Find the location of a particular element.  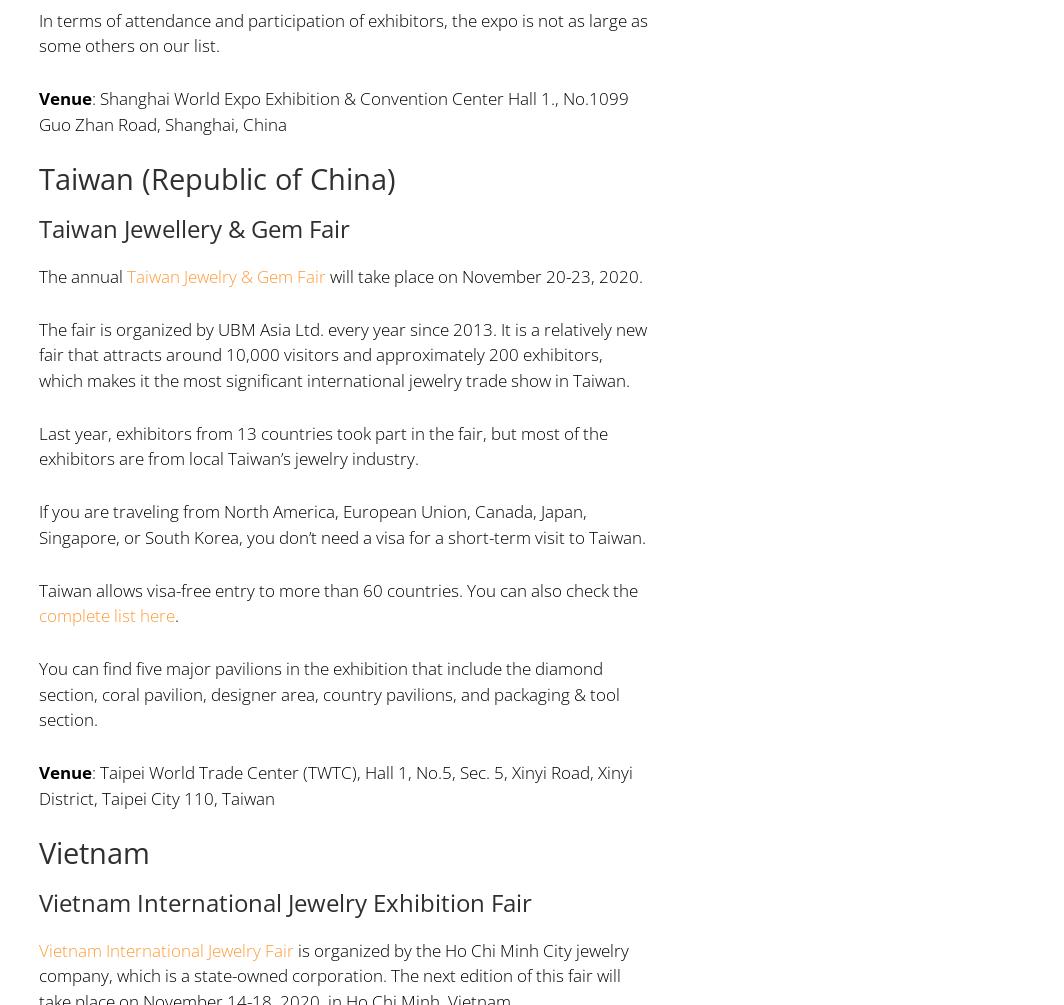

'complete list here' is located at coordinates (105, 614).